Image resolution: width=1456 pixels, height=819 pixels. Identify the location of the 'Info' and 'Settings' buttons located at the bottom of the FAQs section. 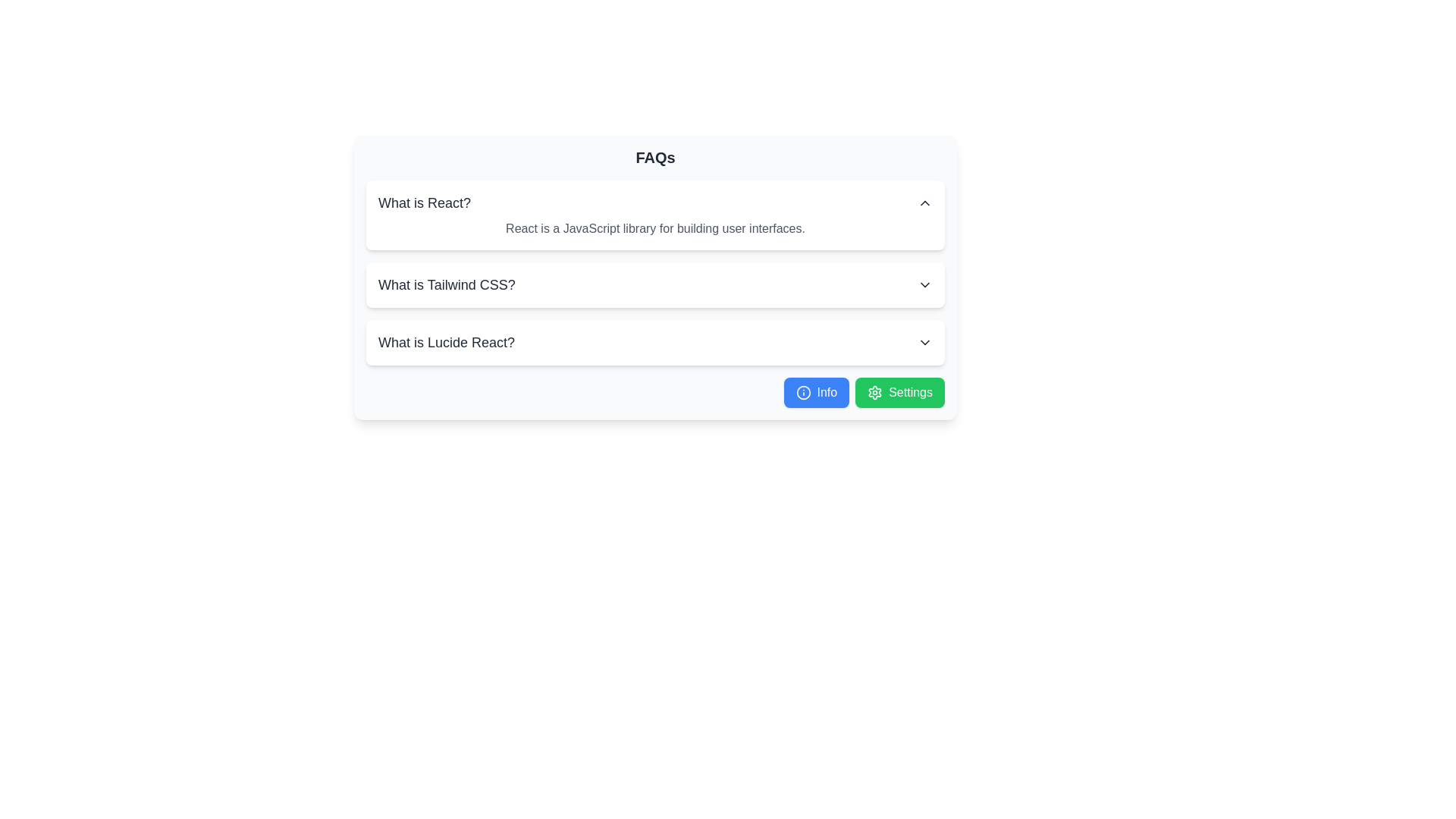
(655, 278).